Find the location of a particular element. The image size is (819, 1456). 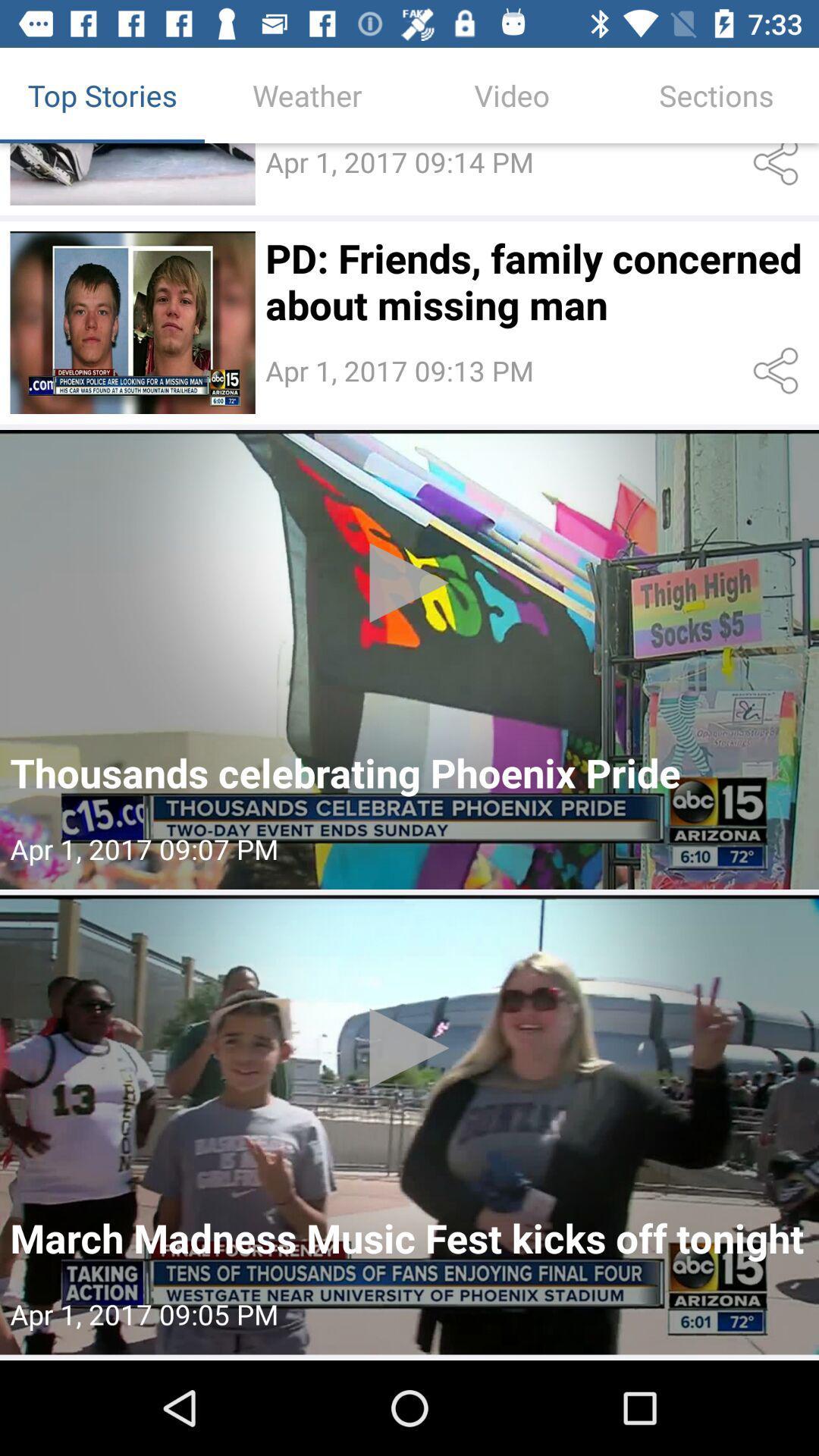

share the article is located at coordinates (779, 371).